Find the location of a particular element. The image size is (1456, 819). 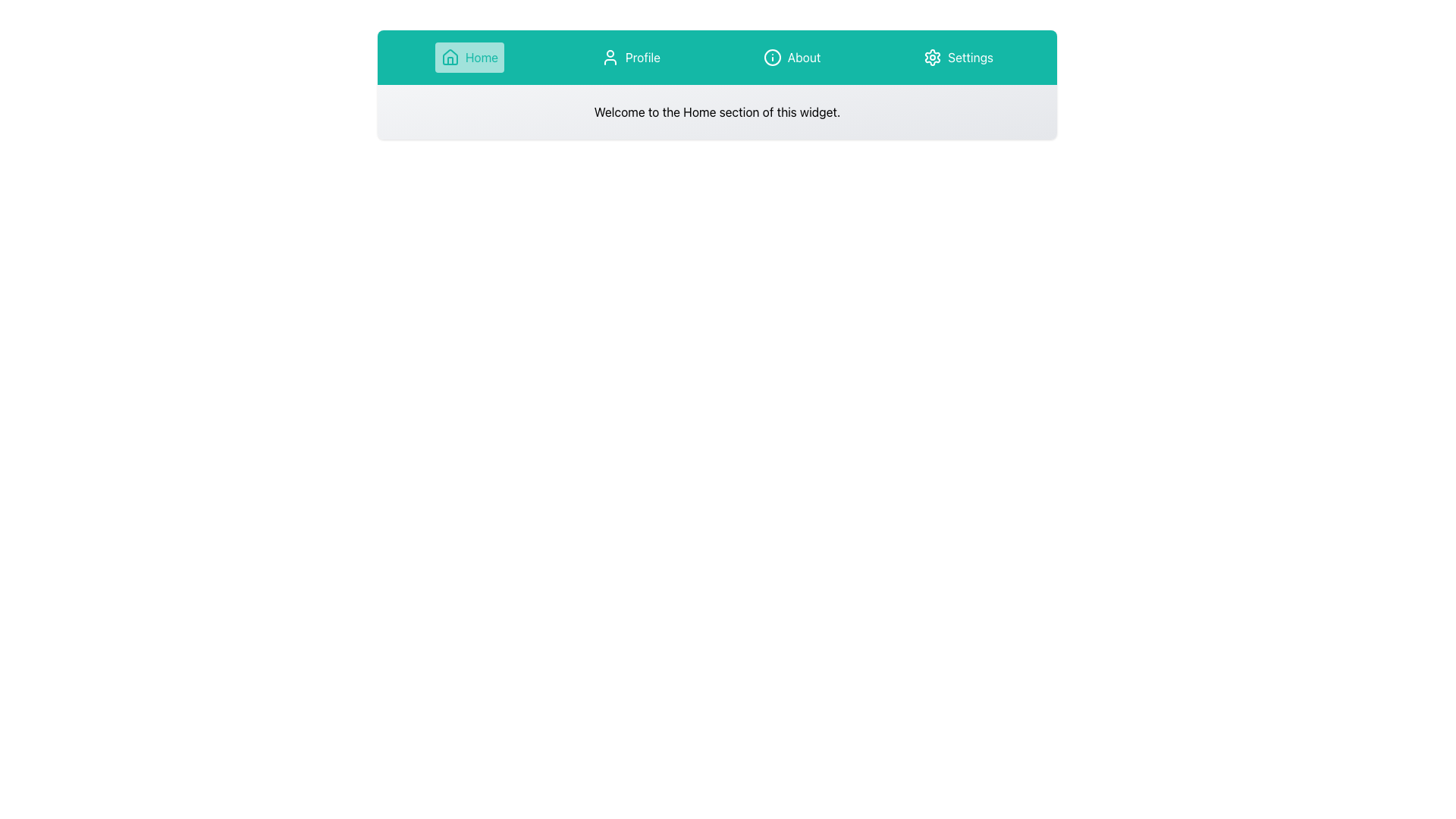

the text display that reads 'Welcome to the Home section of this widget.' which is centrally located below the navigation menu is located at coordinates (716, 111).